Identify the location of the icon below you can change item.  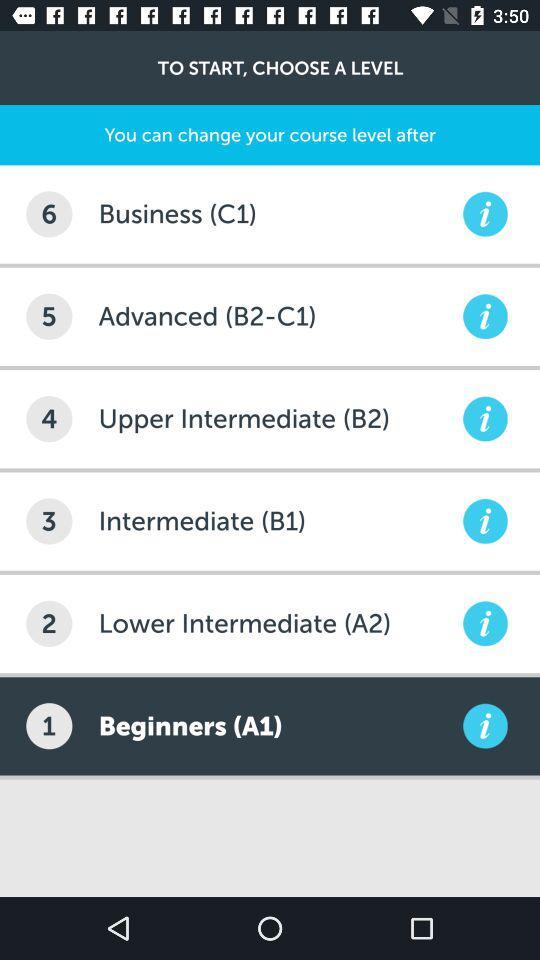
(49, 214).